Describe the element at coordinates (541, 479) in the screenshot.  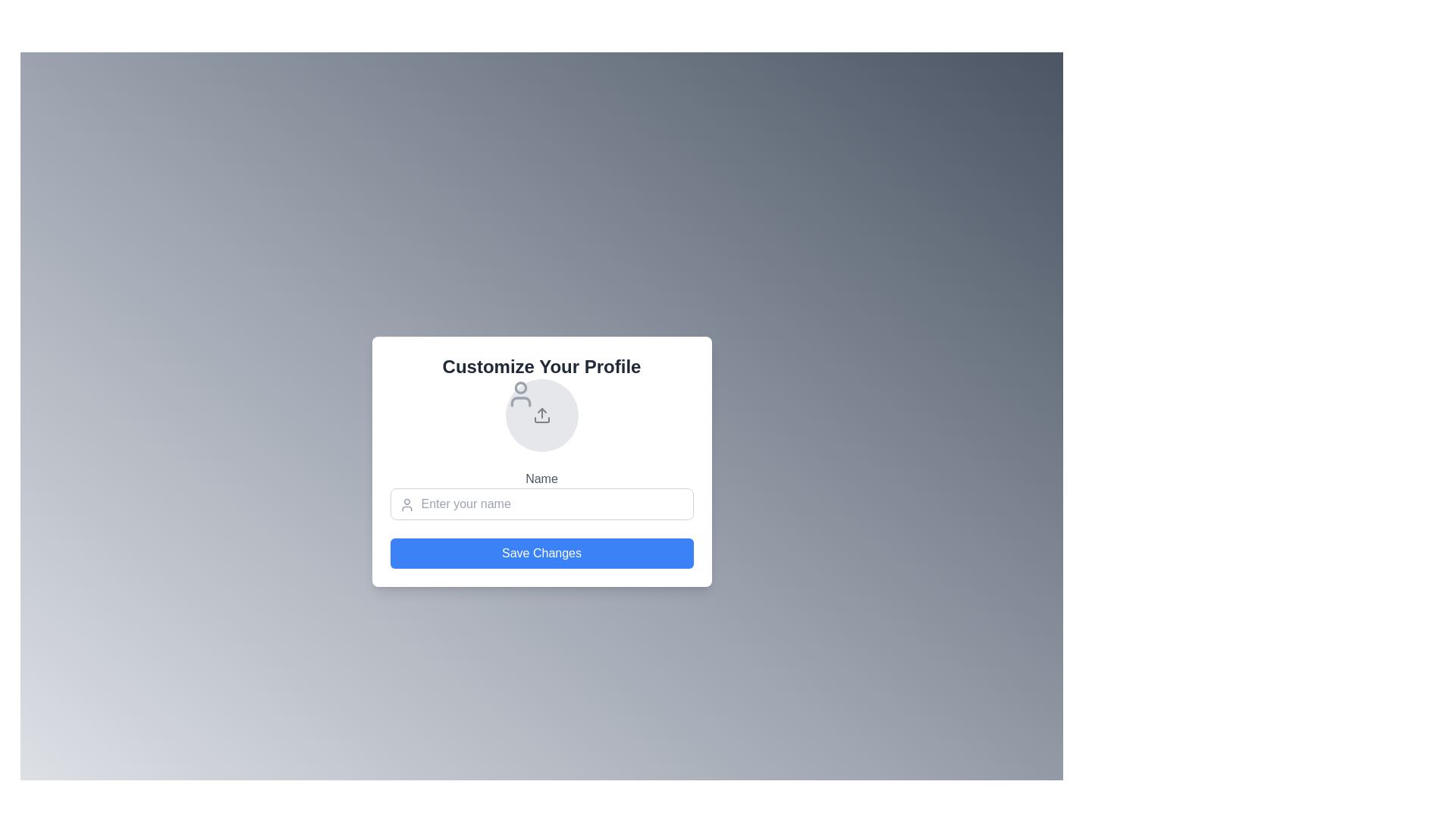
I see `the text label displaying 'Name', which is positioned above the input field for entering a name in the modal window` at that location.